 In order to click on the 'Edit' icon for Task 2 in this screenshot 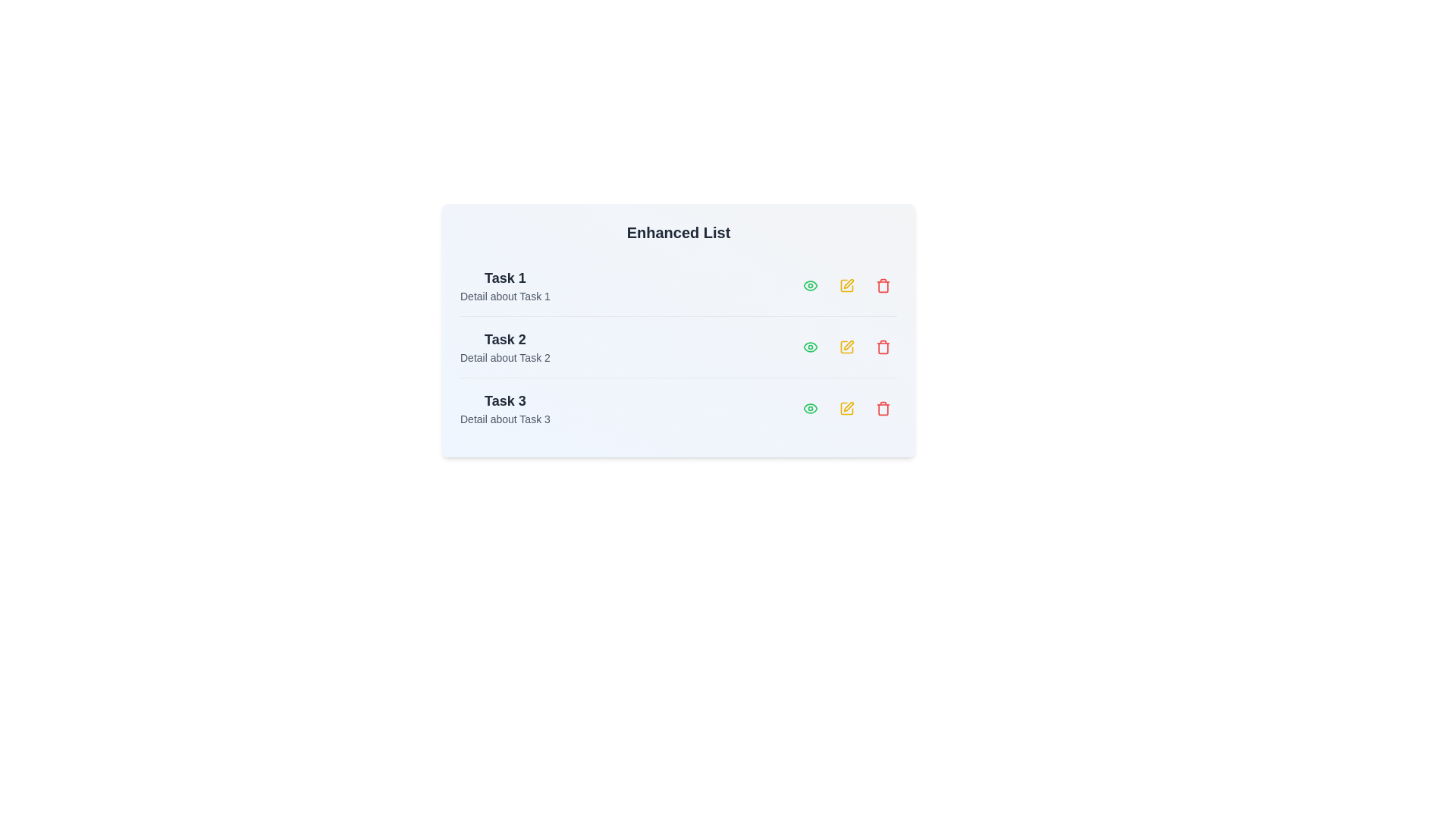, I will do `click(846, 347)`.